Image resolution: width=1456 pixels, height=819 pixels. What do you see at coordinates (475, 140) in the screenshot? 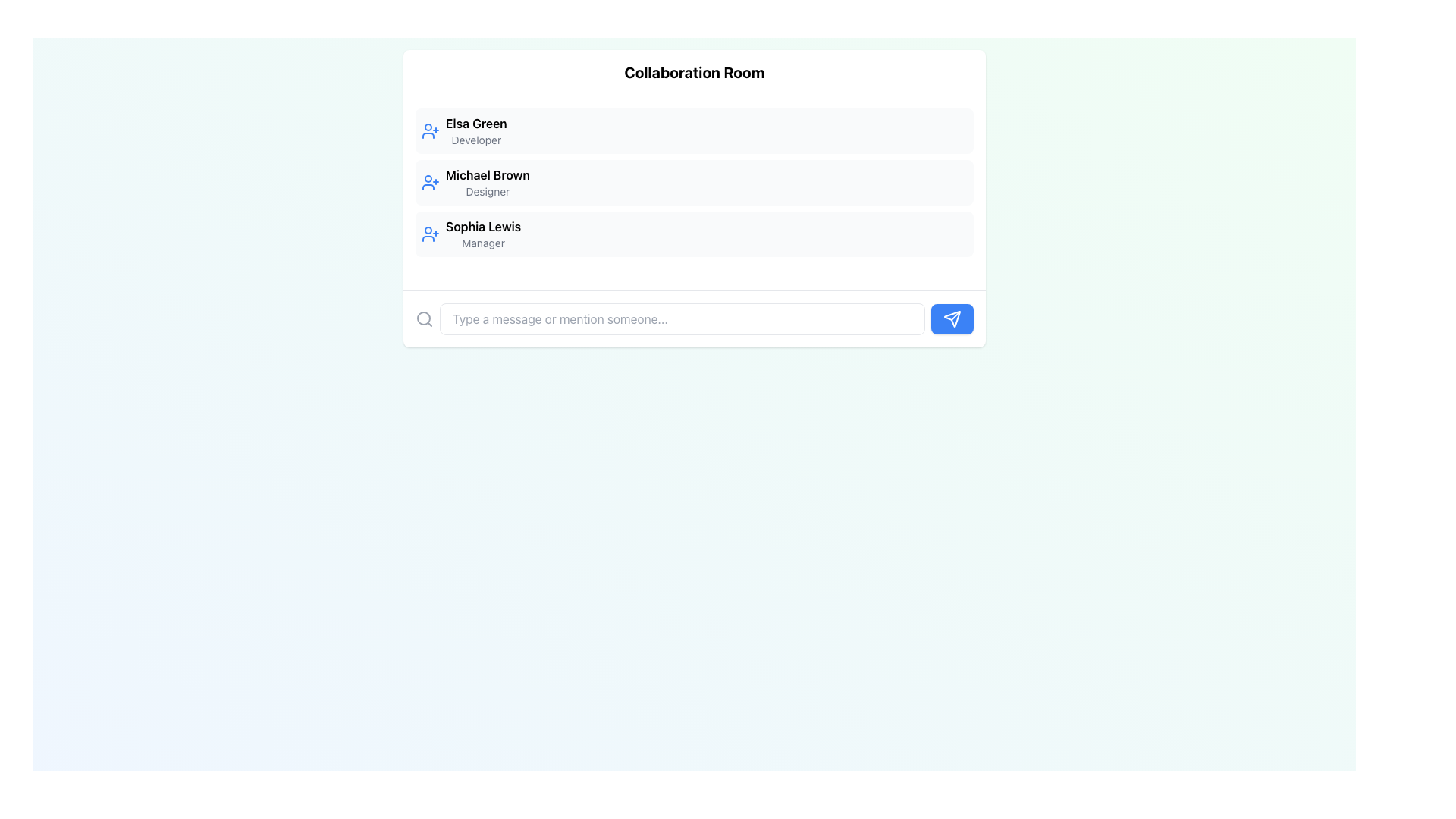
I see `the text label displaying 'Developer', which is positioned below 'Elsa Green' in the upper-left section of the interface` at bounding box center [475, 140].